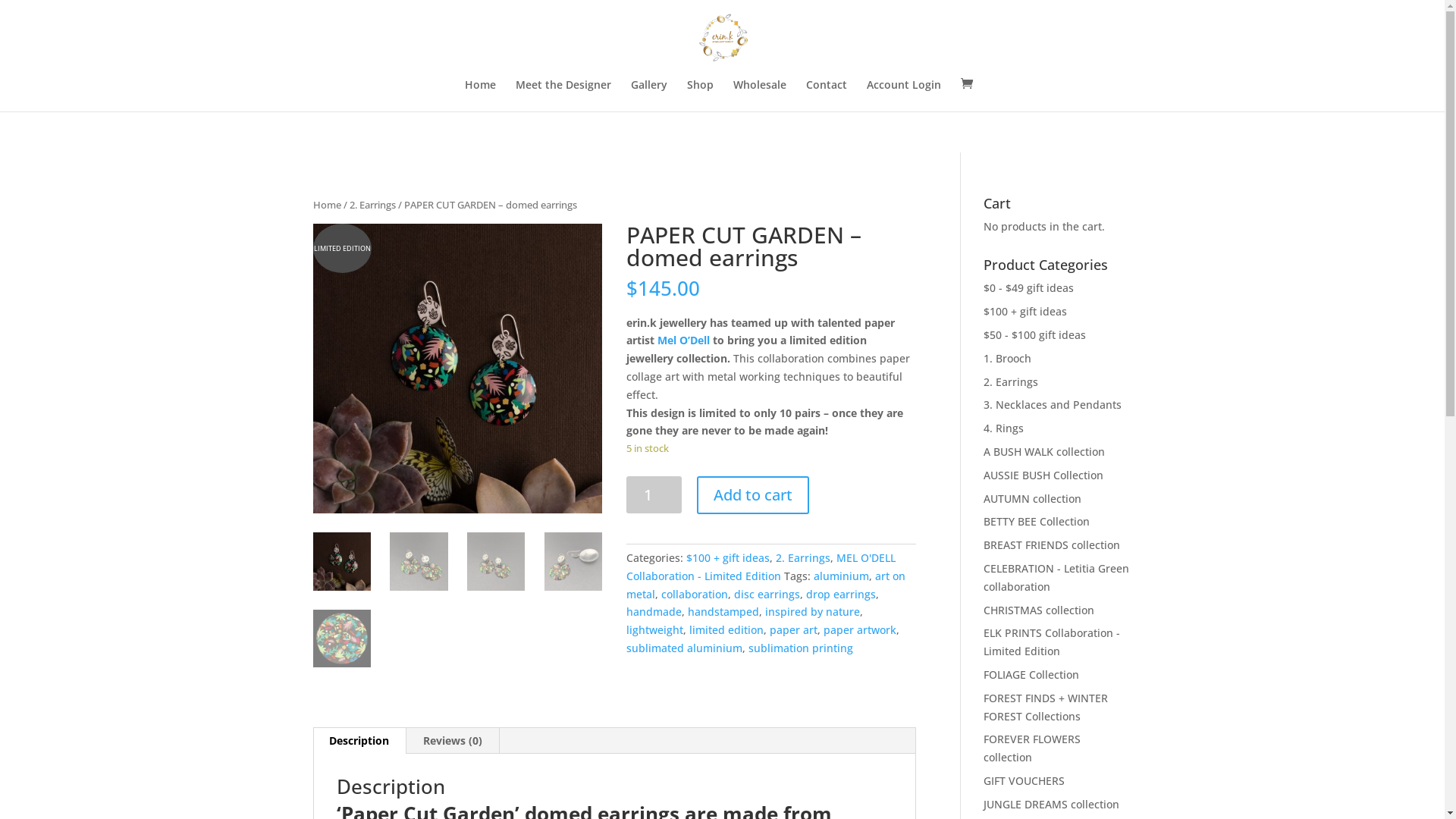 This screenshot has width=1456, height=819. Describe the element at coordinates (1051, 403) in the screenshot. I see `'3. Necklaces and Pendants'` at that location.